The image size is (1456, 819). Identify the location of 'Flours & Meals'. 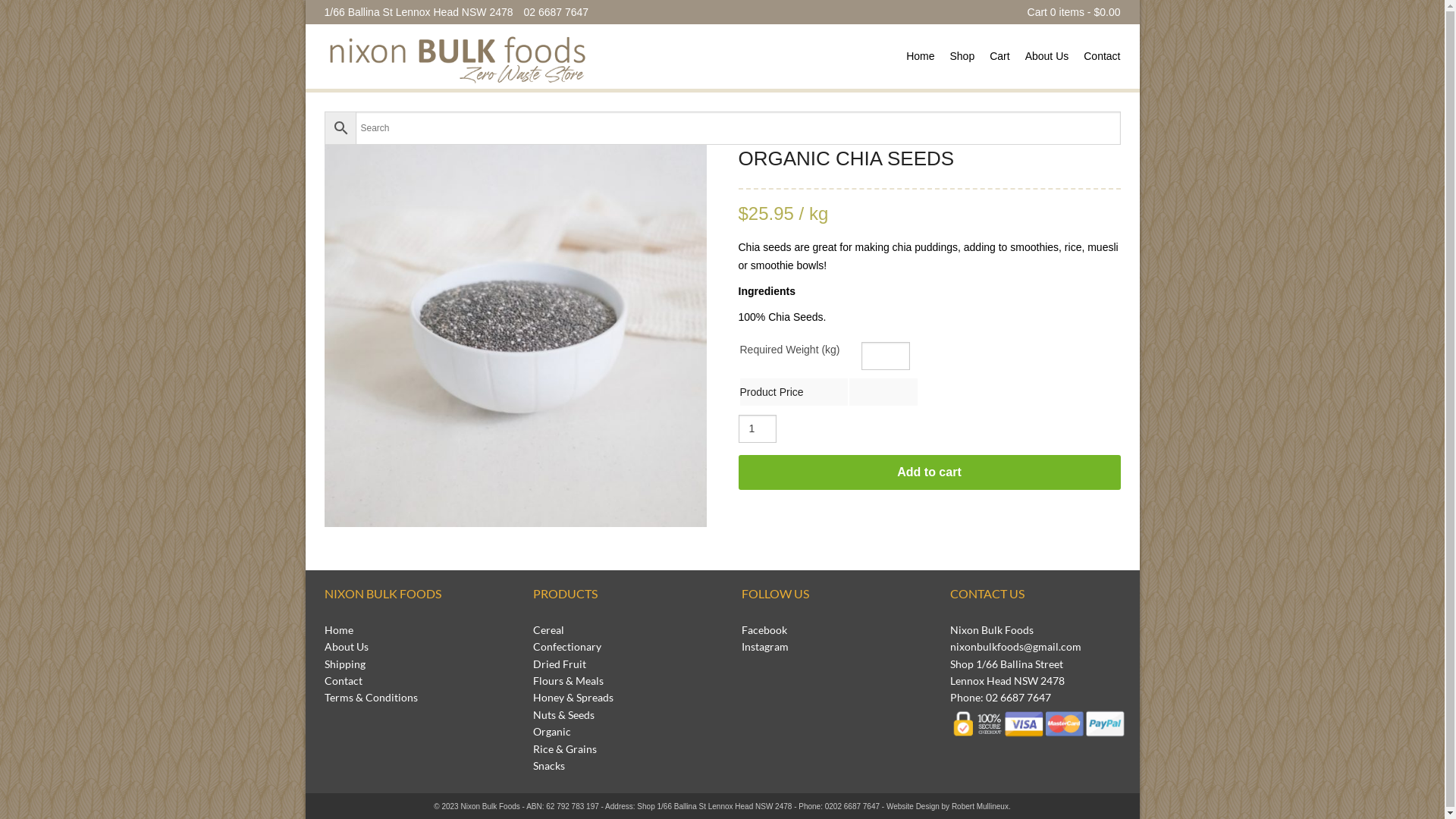
(532, 679).